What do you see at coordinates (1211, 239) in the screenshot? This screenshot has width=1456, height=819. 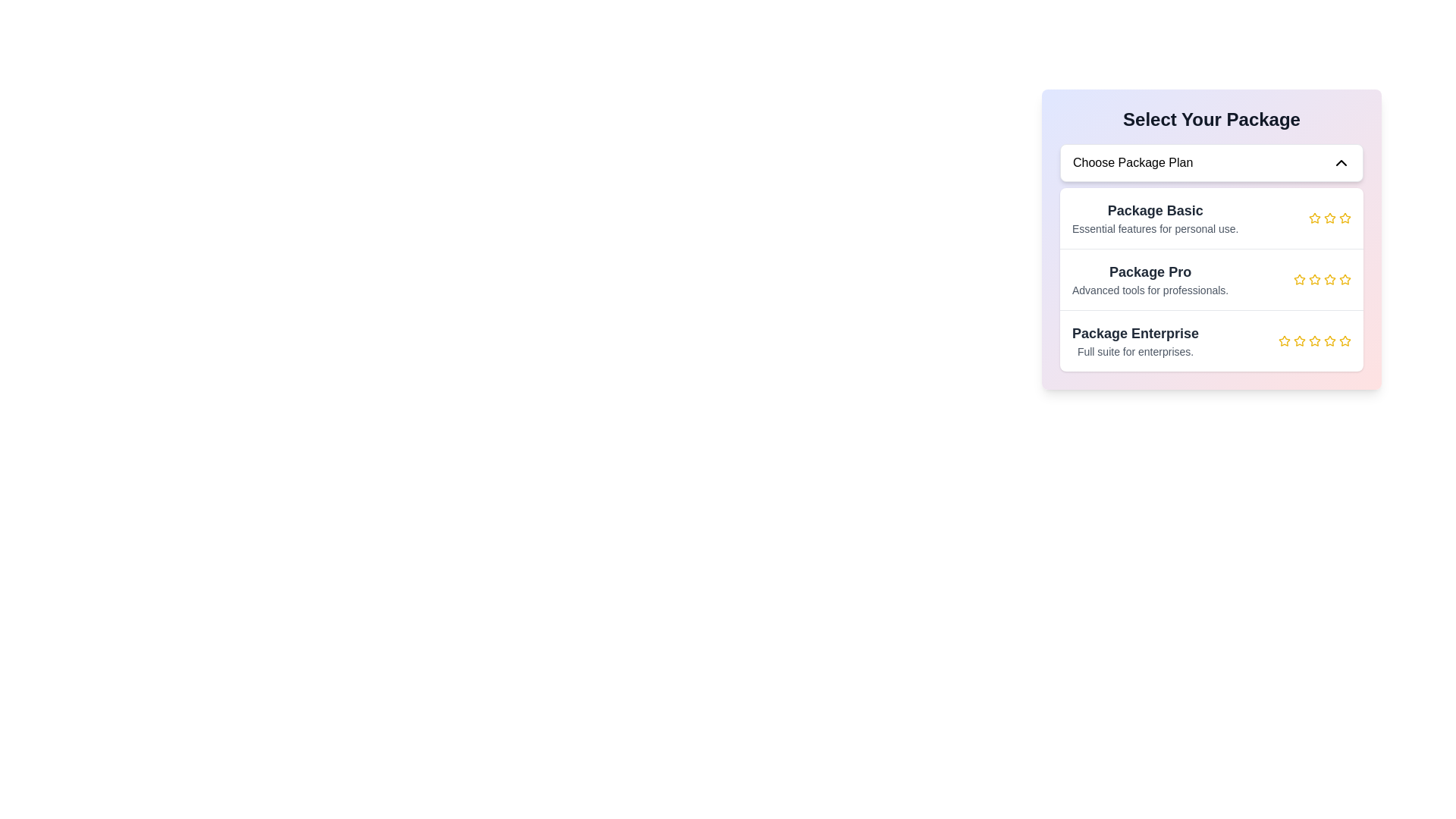 I see `the dropdown menu labeled 'Choose Package Plan'` at bounding box center [1211, 239].